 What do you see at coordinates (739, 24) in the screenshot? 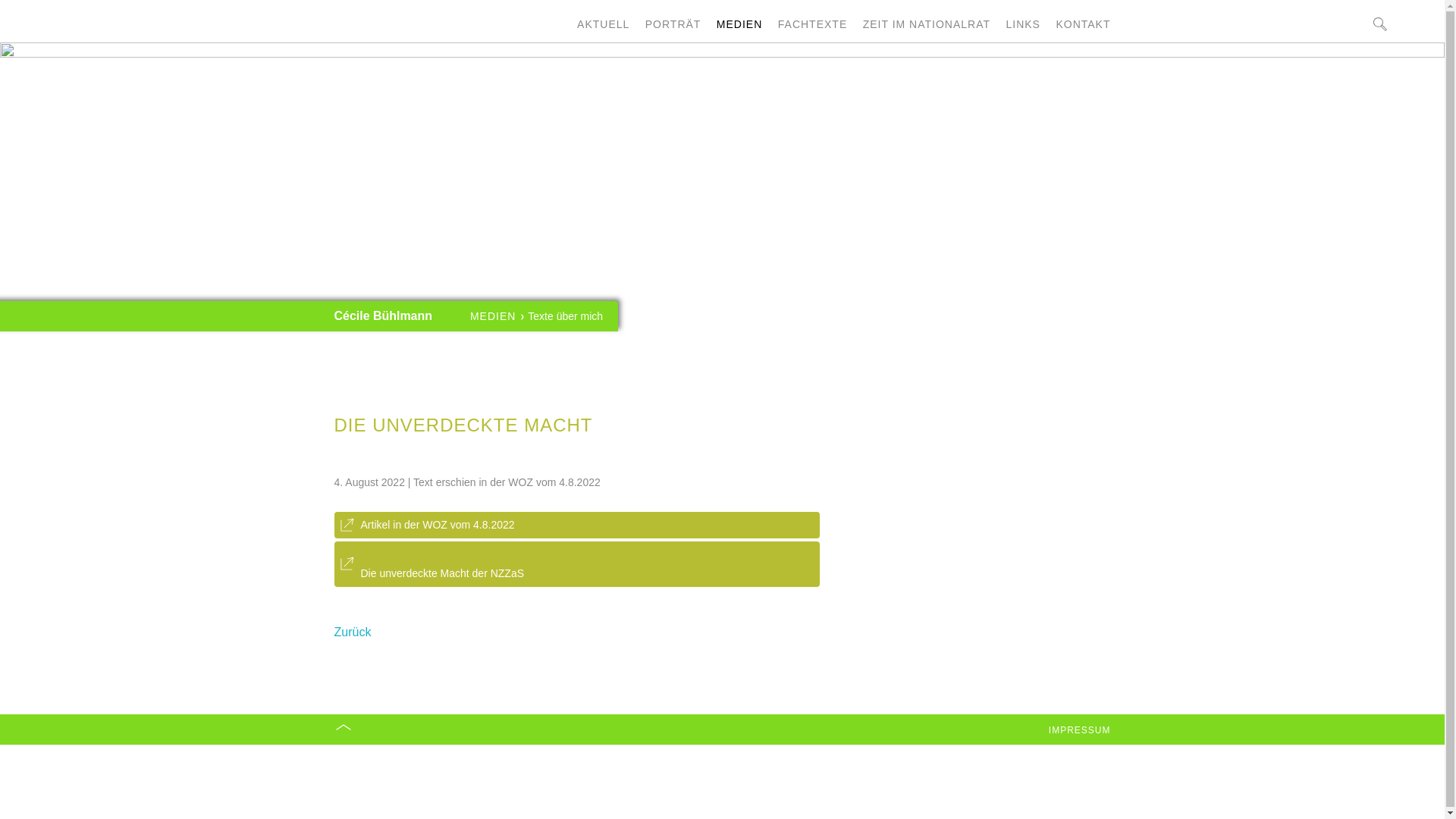
I see `'MEDIEN'` at bounding box center [739, 24].